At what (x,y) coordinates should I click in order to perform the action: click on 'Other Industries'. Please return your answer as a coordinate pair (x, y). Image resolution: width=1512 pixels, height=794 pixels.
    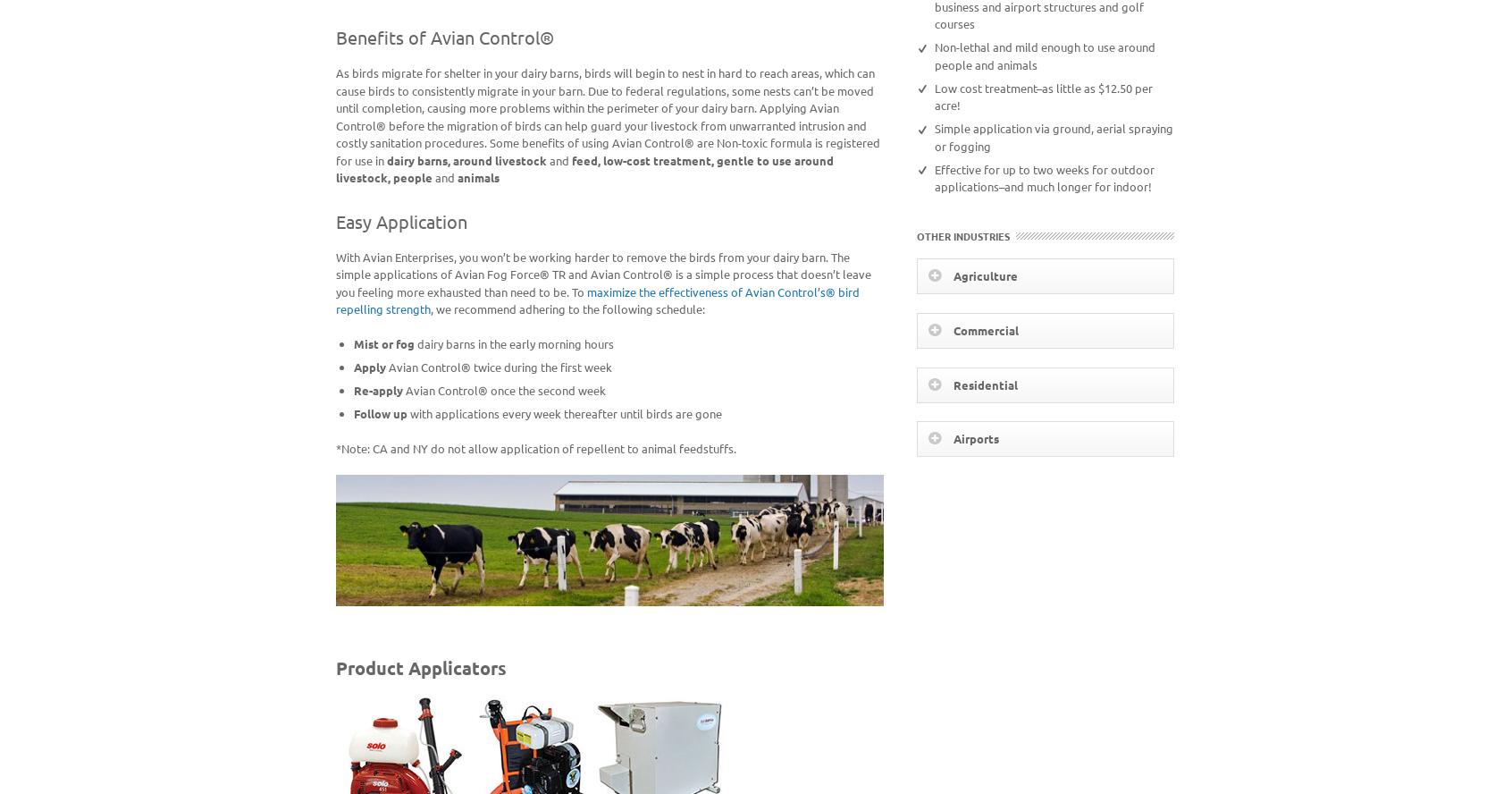
    Looking at the image, I should click on (916, 235).